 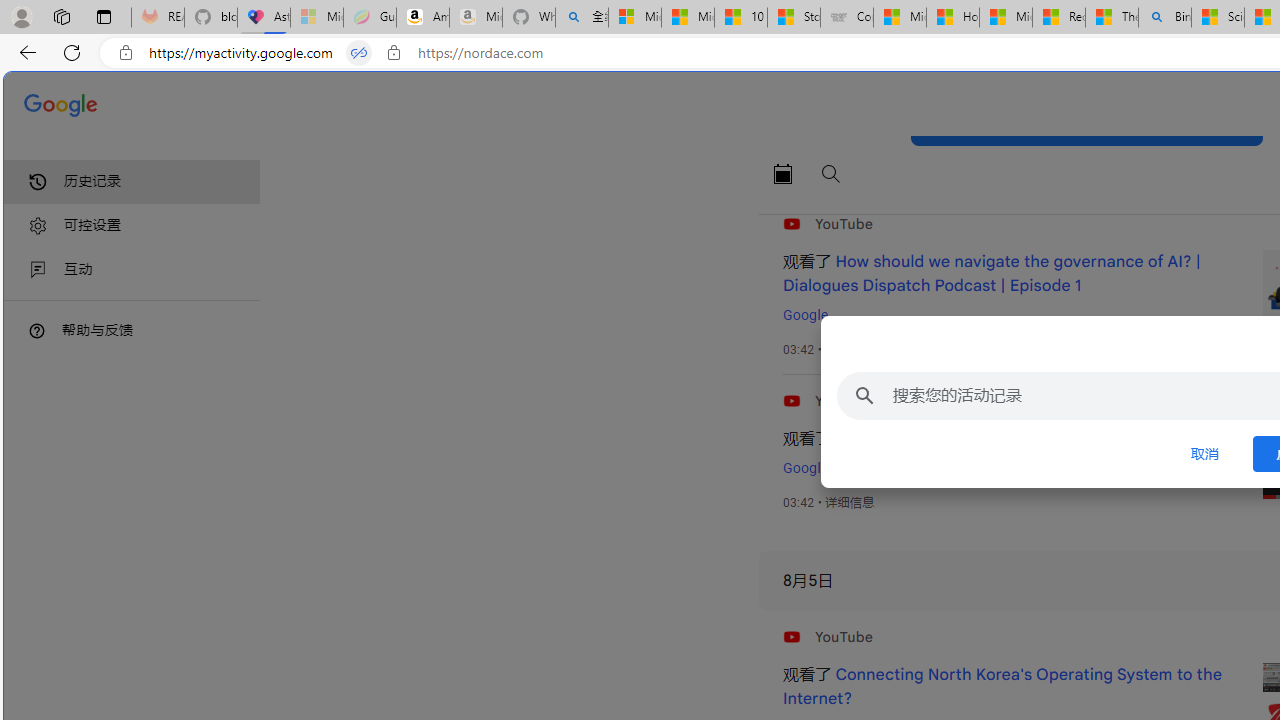 What do you see at coordinates (1002, 686) in the screenshot?
I see `'Connecting North Korea'` at bounding box center [1002, 686].